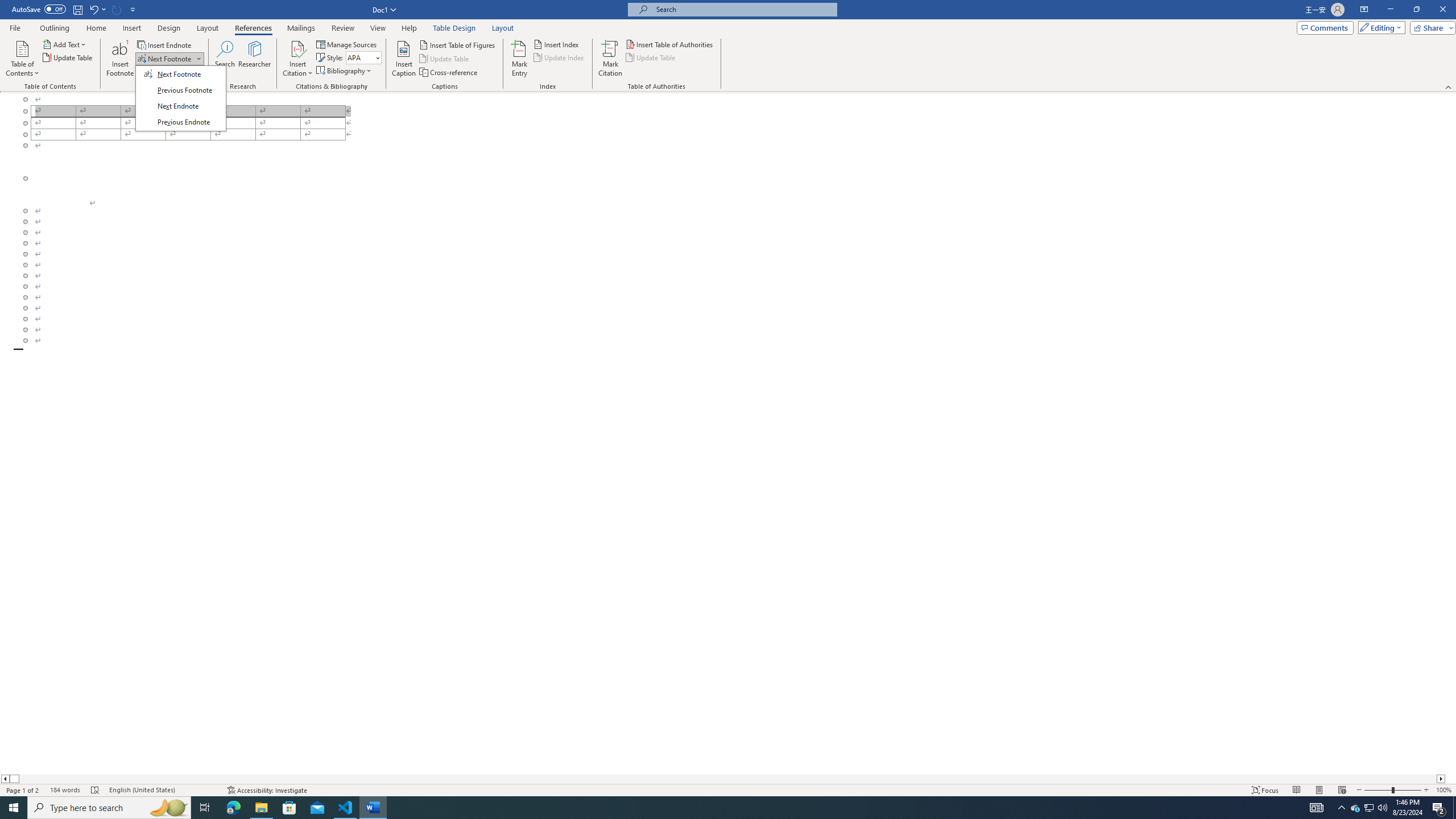  What do you see at coordinates (1439, 806) in the screenshot?
I see `'Action Center, 2 new notifications'` at bounding box center [1439, 806].